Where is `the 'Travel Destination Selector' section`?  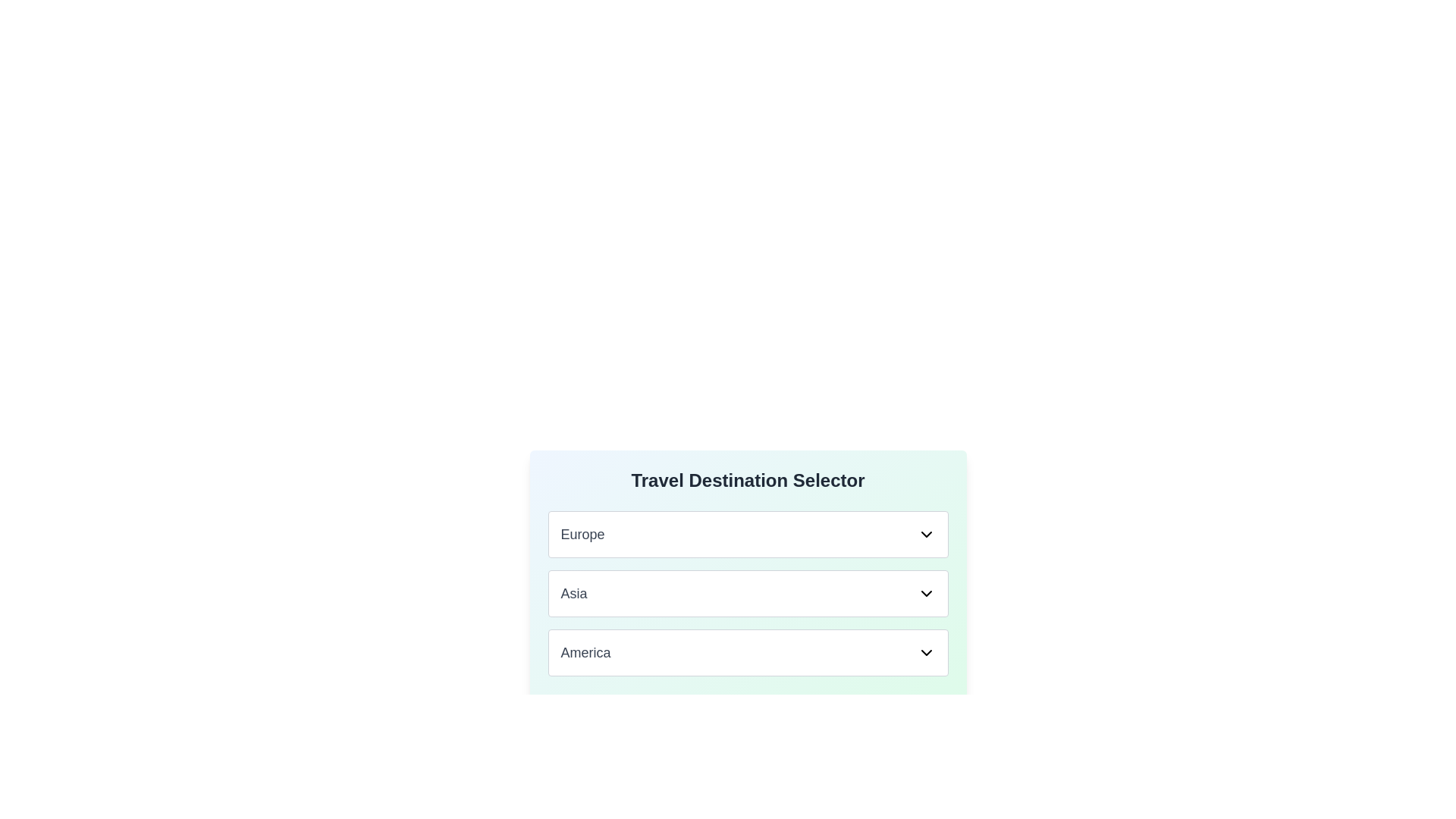 the 'Travel Destination Selector' section is located at coordinates (748, 616).